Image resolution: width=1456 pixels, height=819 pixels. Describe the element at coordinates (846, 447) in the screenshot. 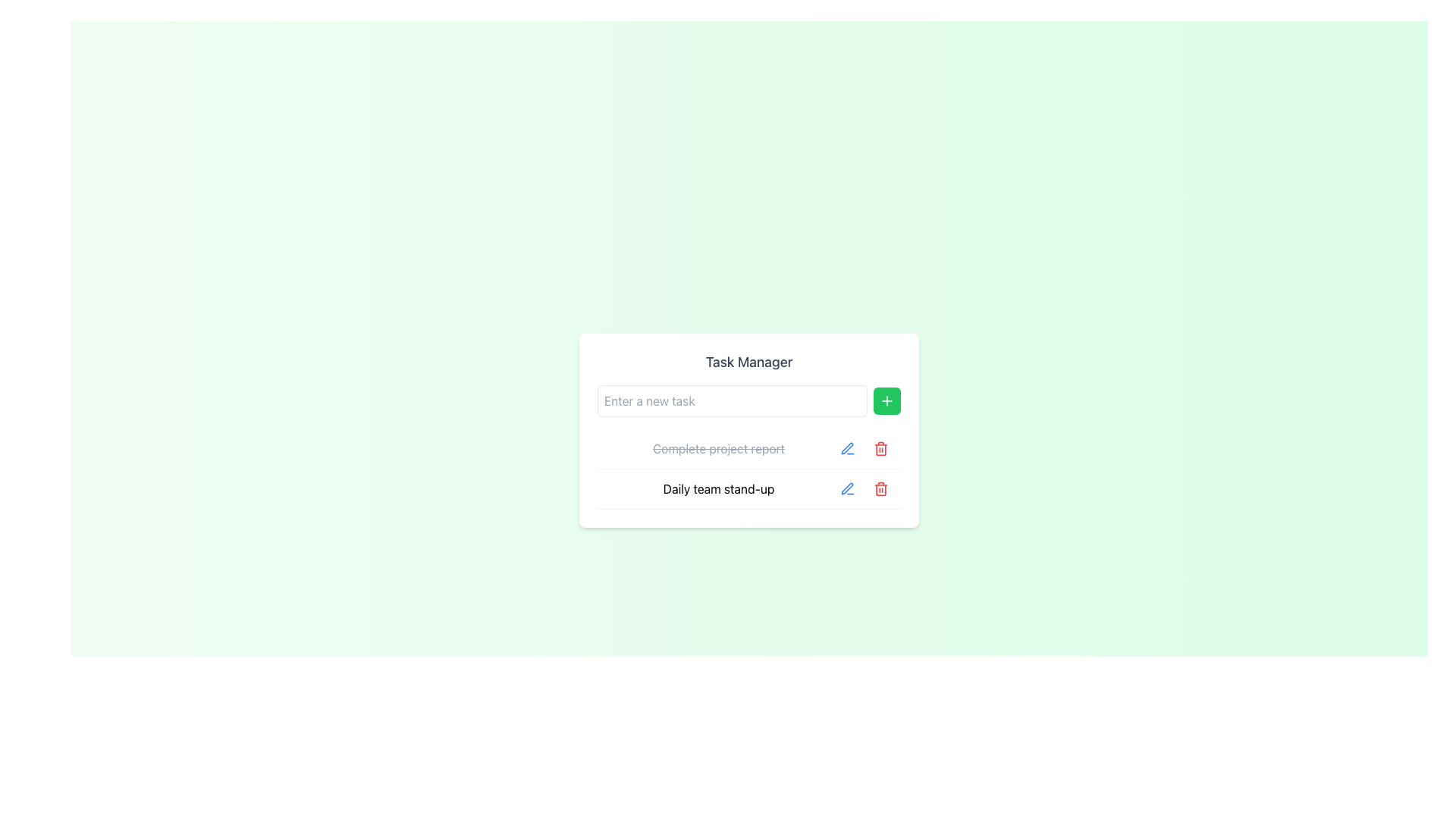

I see `the pen icon located to the right of the 'Daily team stand-up' text line in the lower task entry of the Task Manager panel` at that location.